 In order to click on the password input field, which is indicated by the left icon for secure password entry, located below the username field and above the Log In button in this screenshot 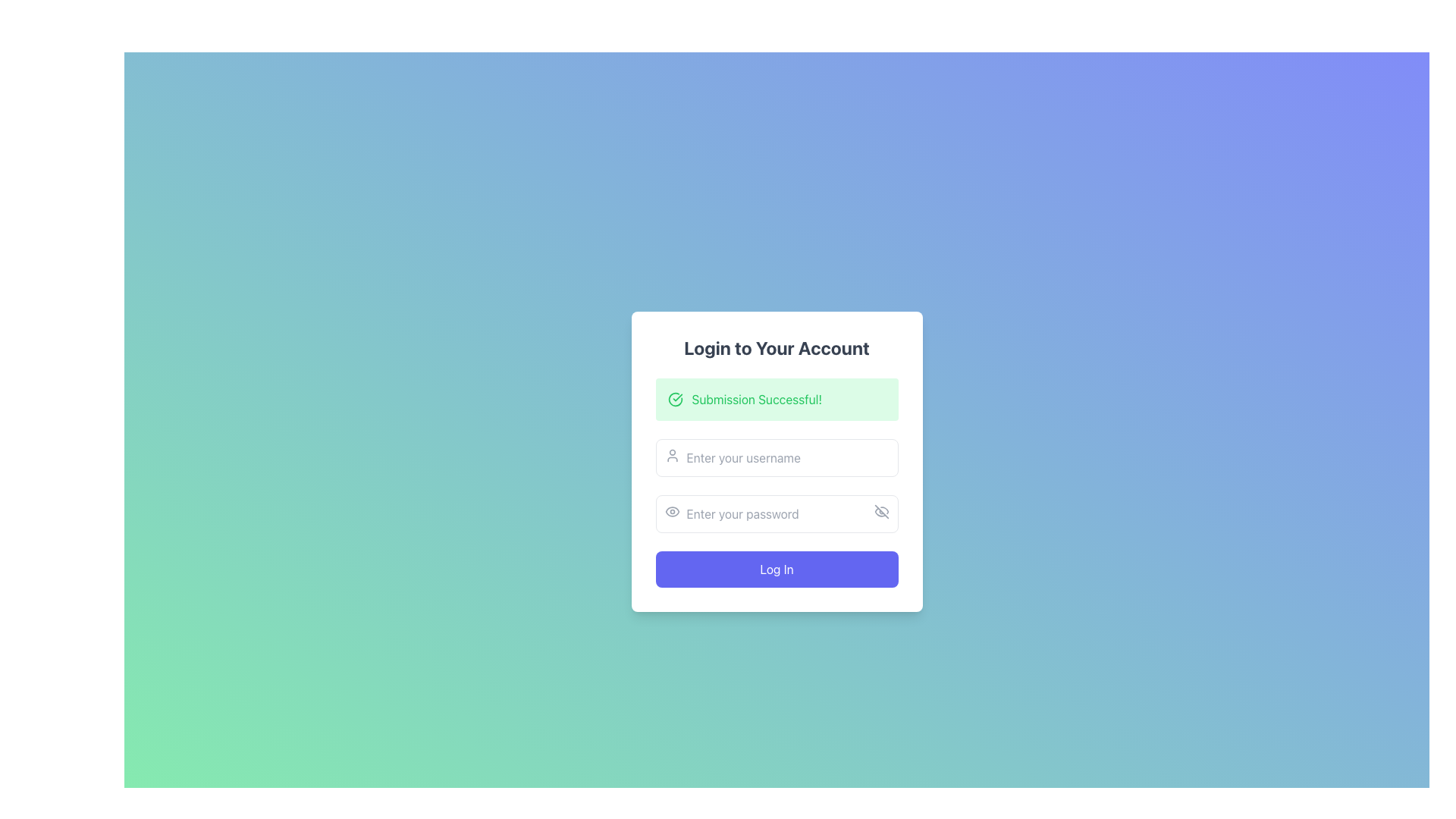, I will do `click(777, 513)`.